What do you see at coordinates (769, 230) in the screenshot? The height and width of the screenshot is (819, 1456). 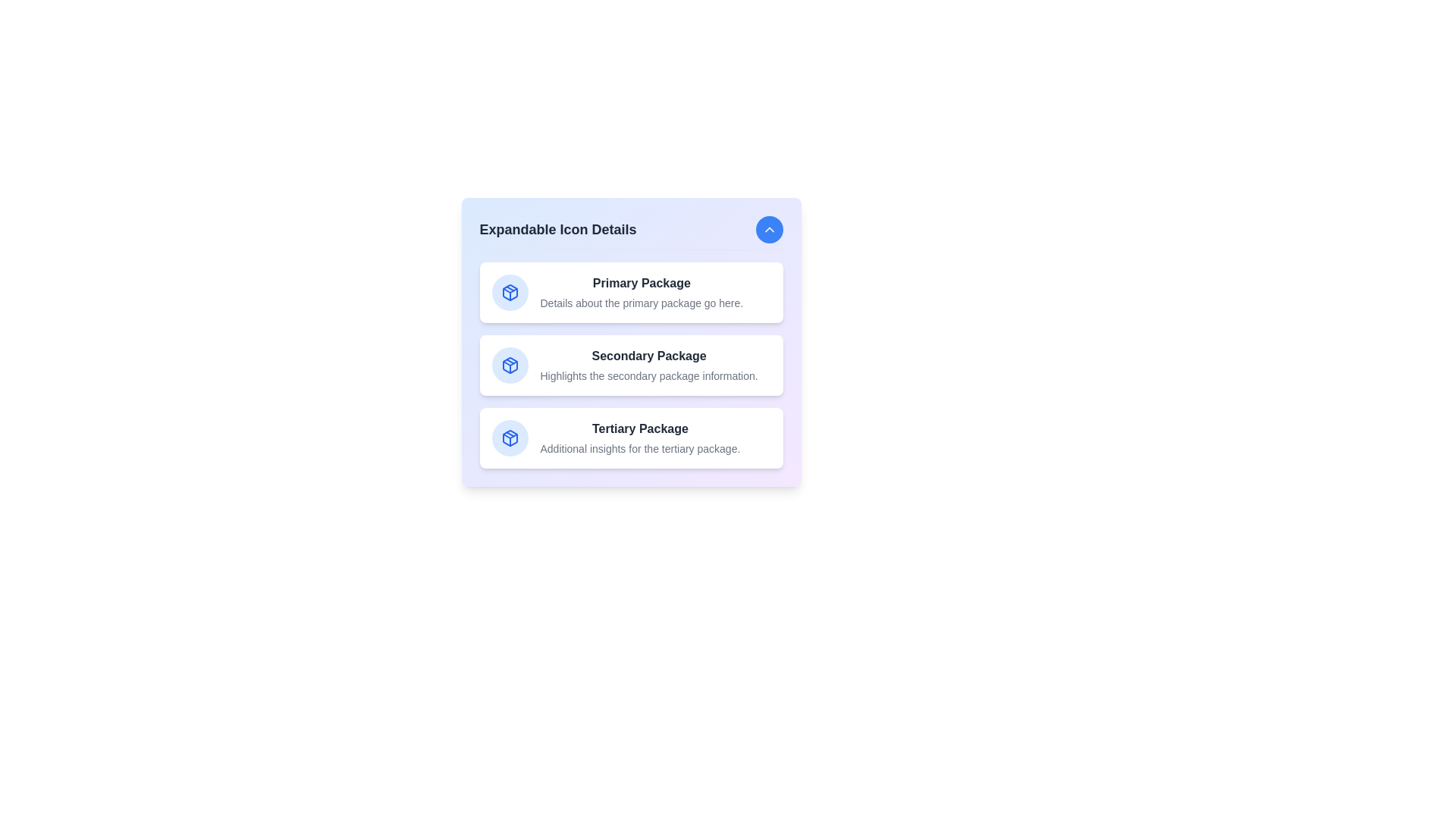 I see `the button located in the header of the 'Expandable Icon Details' panel` at bounding box center [769, 230].